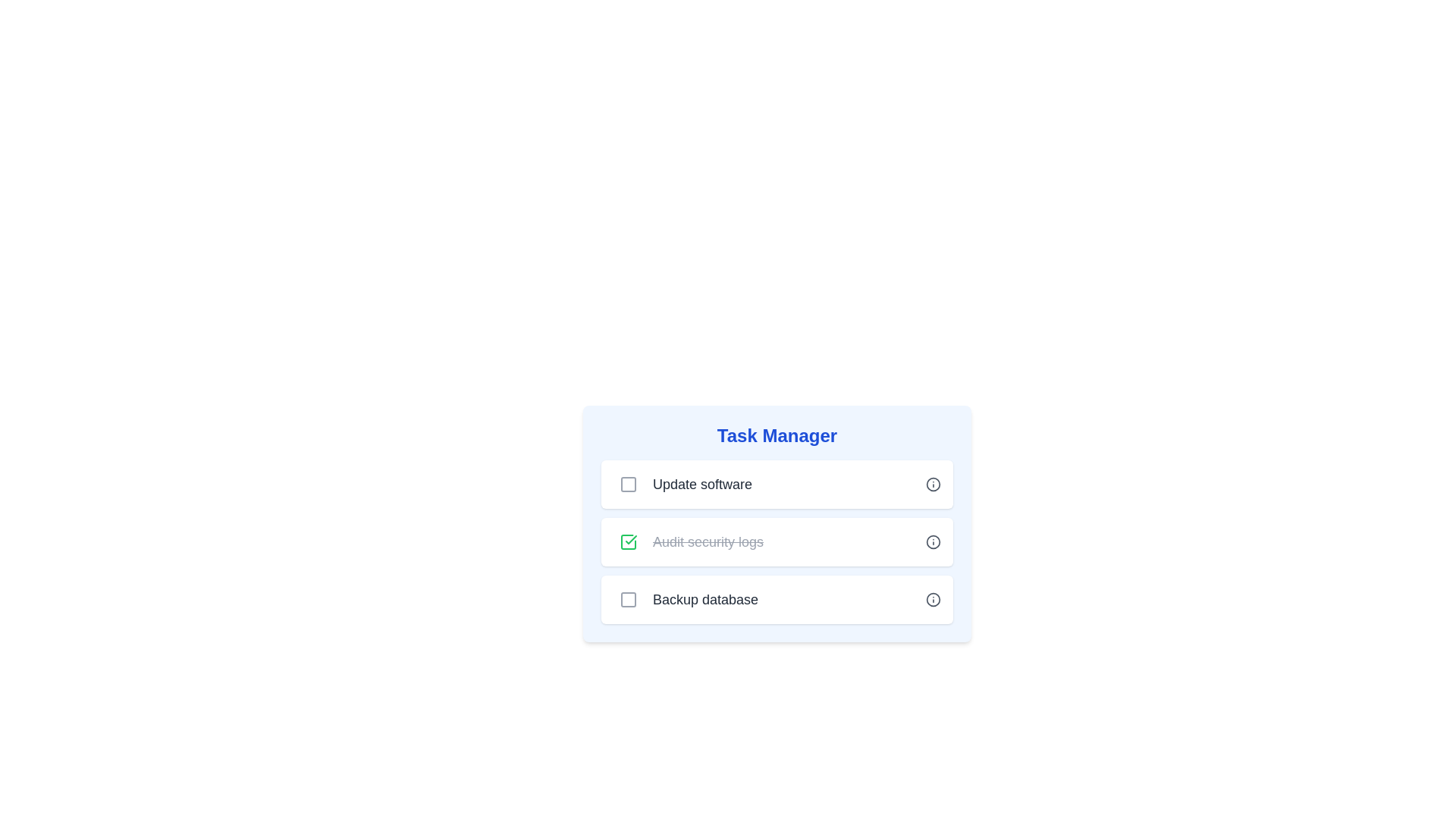  Describe the element at coordinates (777, 522) in the screenshot. I see `the completed task item labeled 'Audit security logs' in the Task Manager` at that location.